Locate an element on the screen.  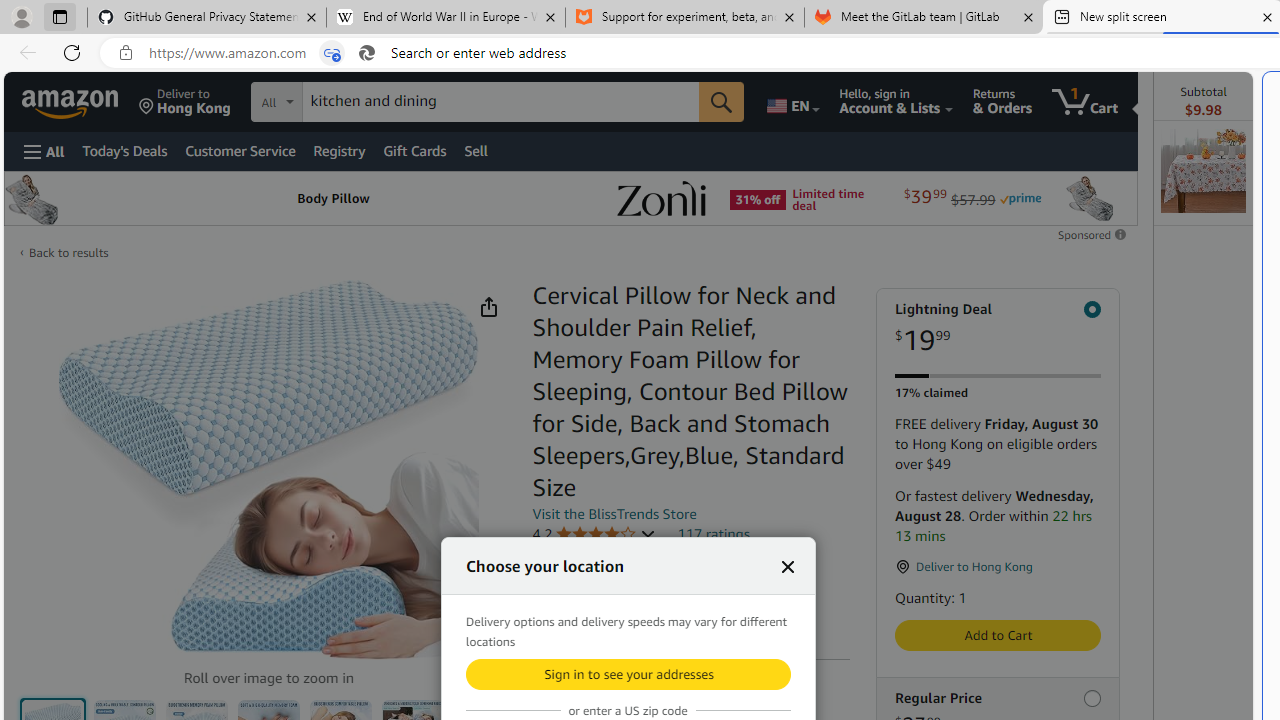
'Choose a language for shopping.' is located at coordinates (791, 101).